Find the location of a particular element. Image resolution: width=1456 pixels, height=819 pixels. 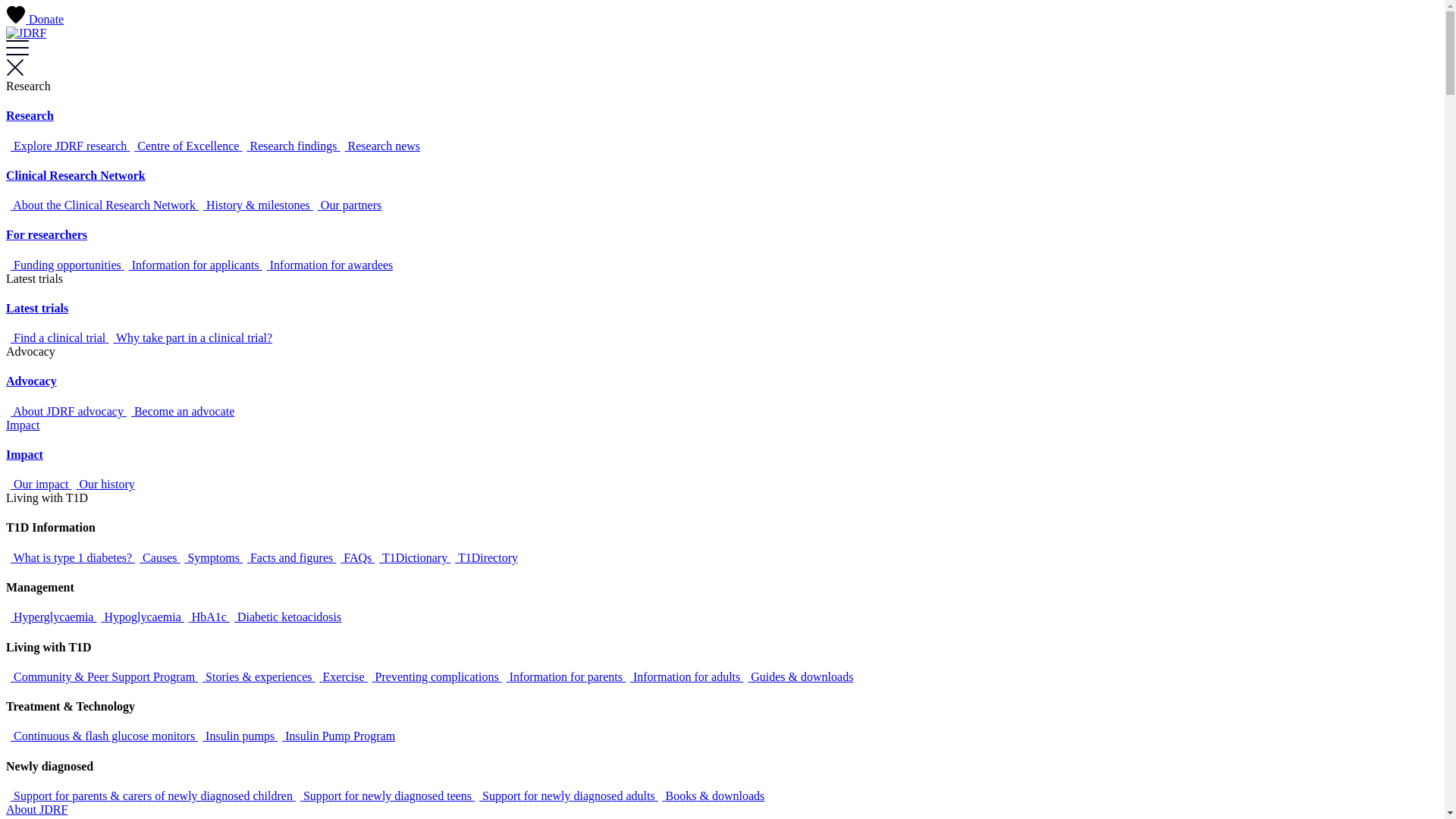

'Why take part in a clinical trial?' is located at coordinates (189, 337).